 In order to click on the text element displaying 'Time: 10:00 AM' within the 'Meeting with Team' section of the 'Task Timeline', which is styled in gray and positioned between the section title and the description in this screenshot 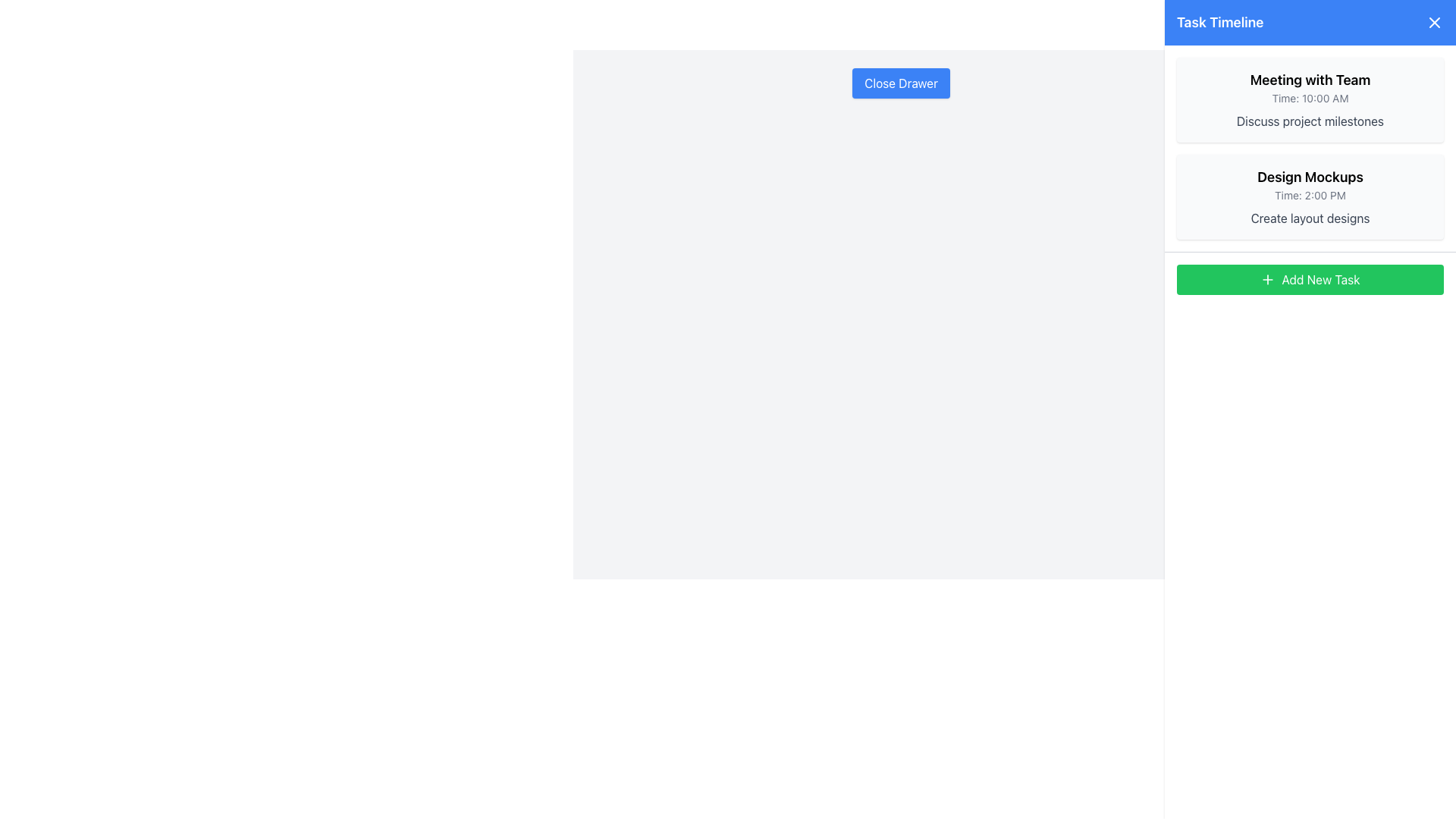, I will do `click(1310, 99)`.